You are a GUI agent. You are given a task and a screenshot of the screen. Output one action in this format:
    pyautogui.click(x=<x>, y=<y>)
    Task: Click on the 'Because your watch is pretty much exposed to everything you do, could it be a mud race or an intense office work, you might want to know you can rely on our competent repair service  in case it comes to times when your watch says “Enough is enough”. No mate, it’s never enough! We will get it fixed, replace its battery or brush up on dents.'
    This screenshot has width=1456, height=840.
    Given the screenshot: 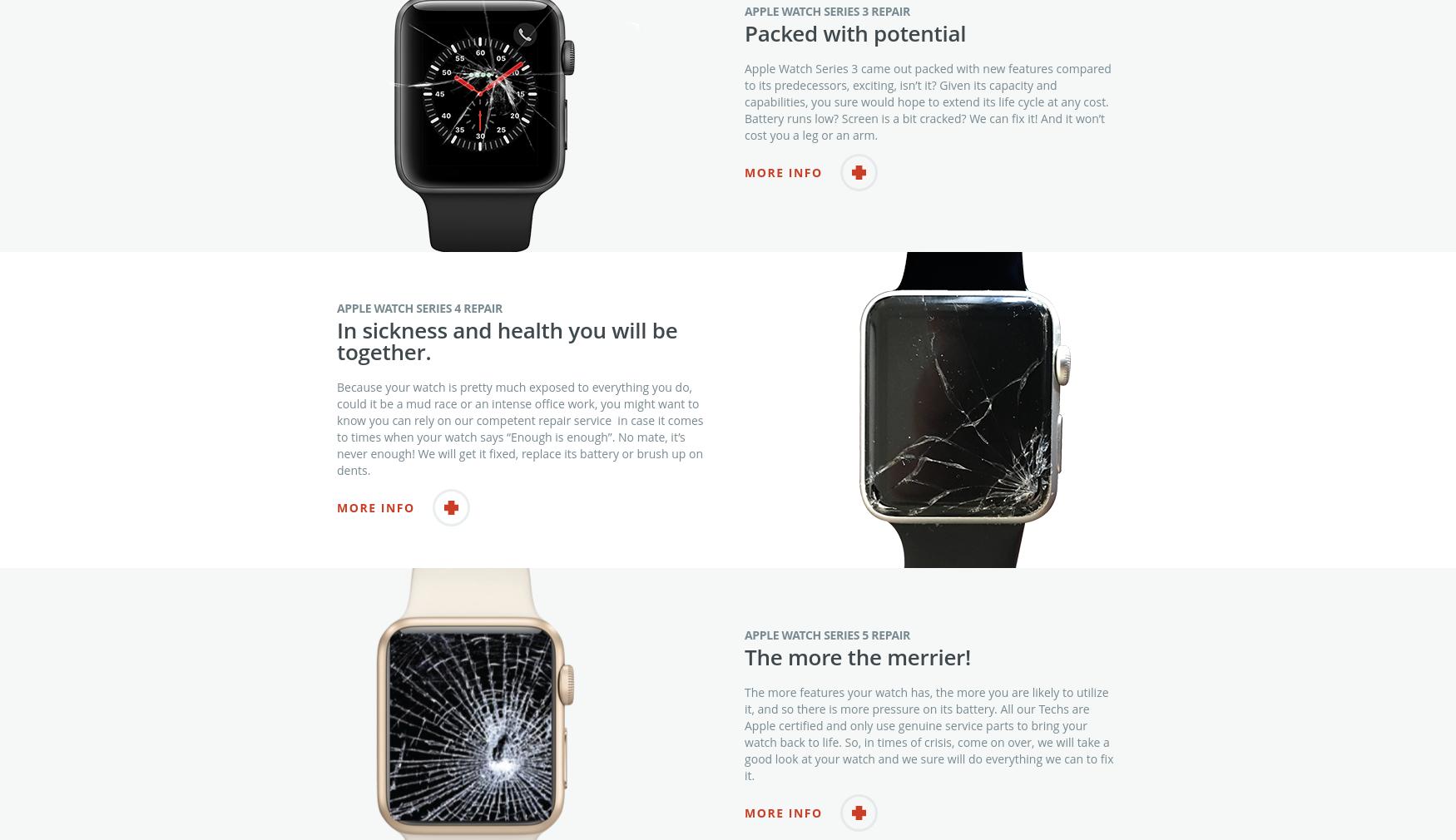 What is the action you would take?
    pyautogui.click(x=335, y=460)
    